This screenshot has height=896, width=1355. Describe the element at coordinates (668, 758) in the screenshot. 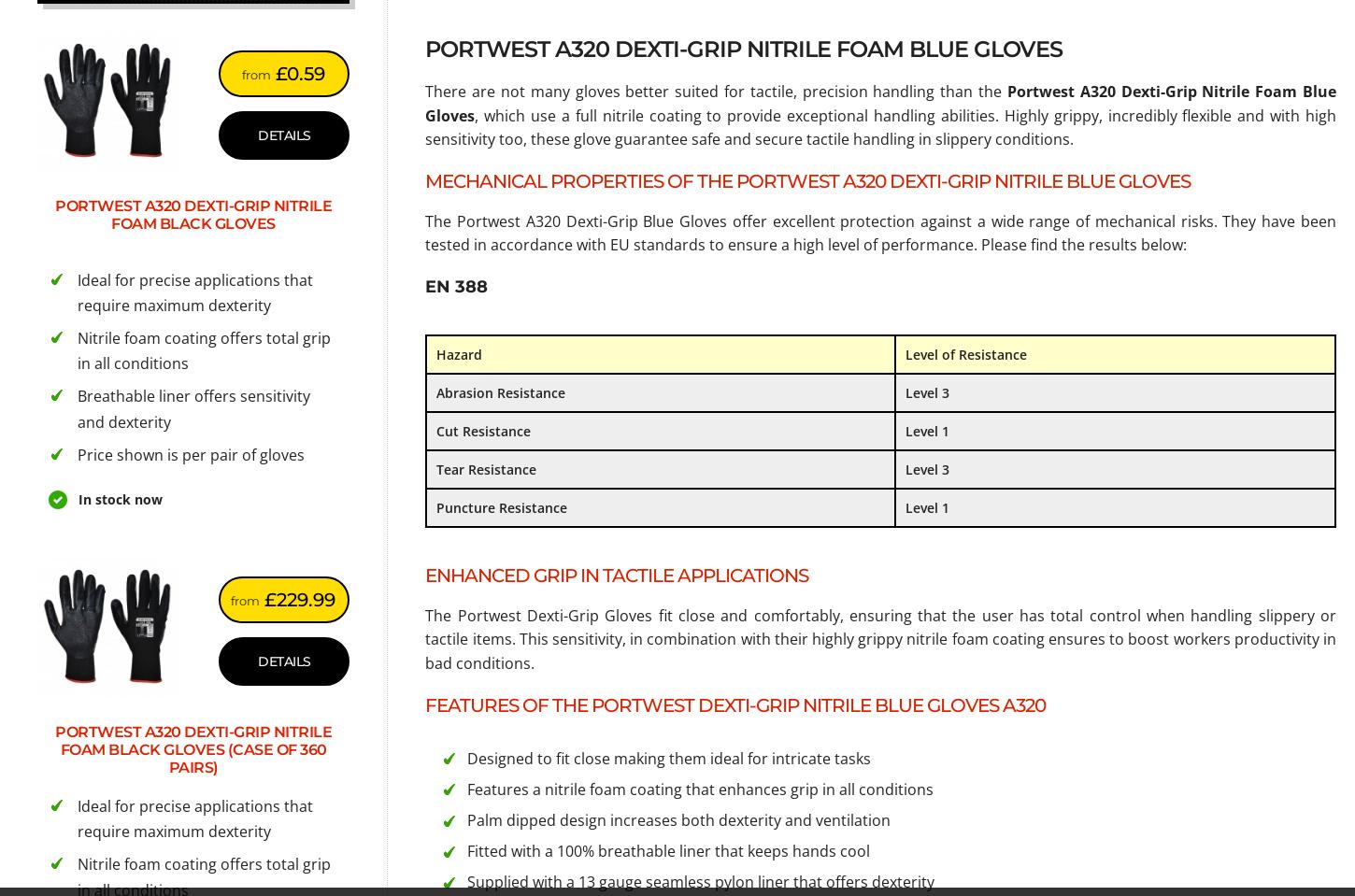

I see `'Designed to fit close making them ideal for intricate tasks'` at that location.